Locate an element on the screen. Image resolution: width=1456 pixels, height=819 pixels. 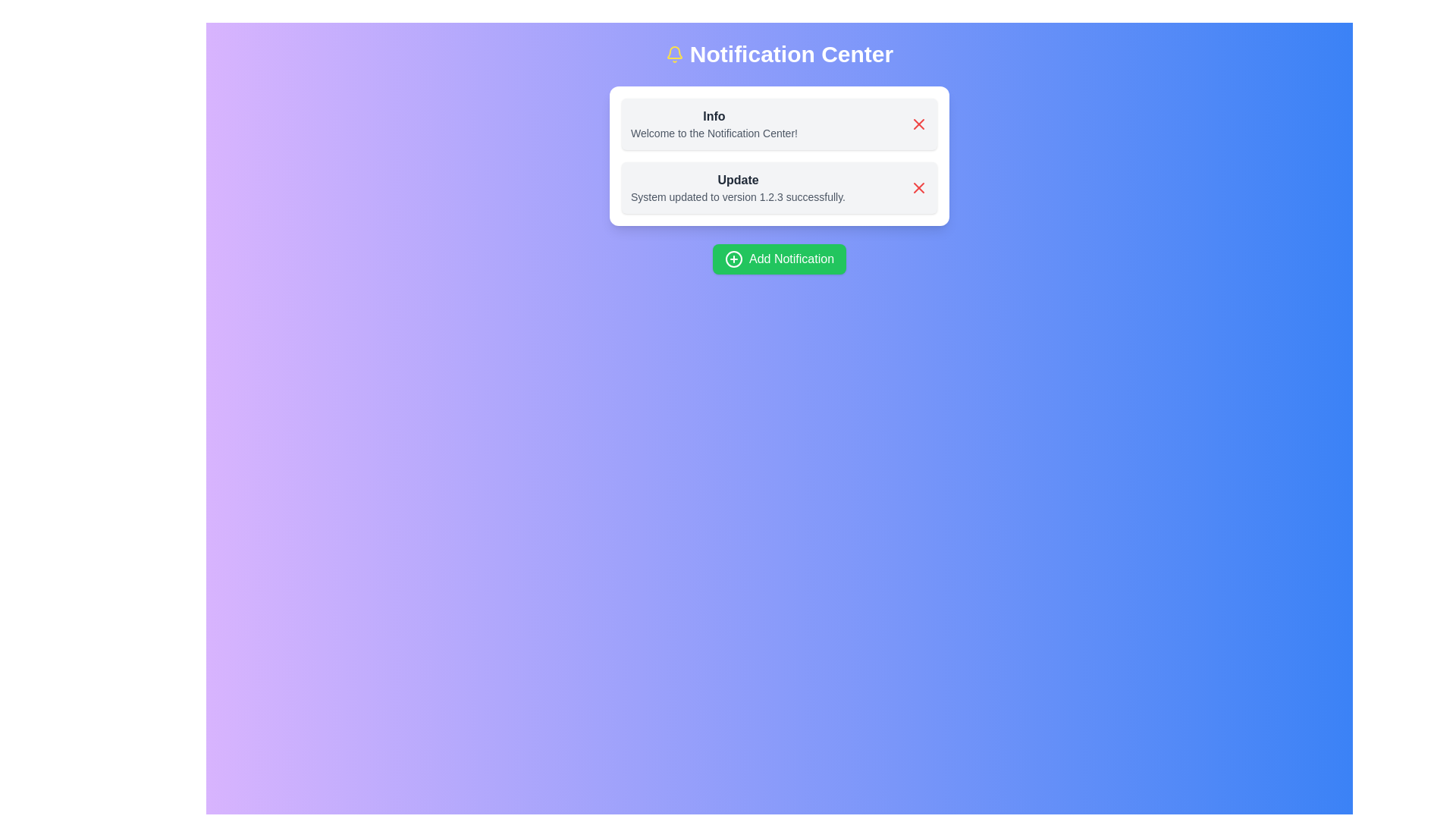
the 'Add Notification' button, which is a rectangular button with a green background and a white label, located below the 'Info' and 'Update' cards in the centered panel is located at coordinates (779, 259).